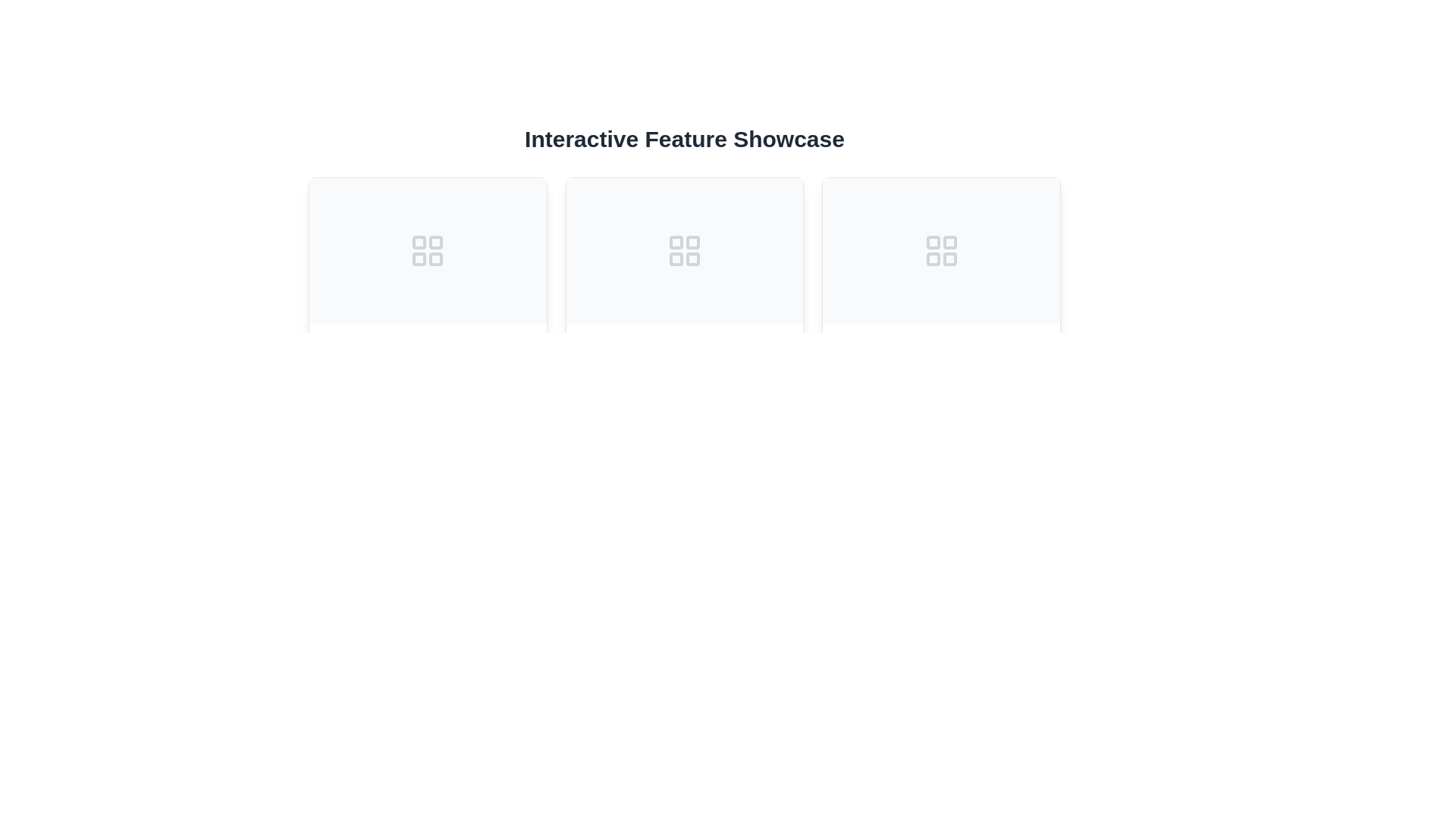 The image size is (1456, 819). I want to click on the bottom-left square of the 2x2 grid icon represented by the SVG rectangle, so click(932, 259).